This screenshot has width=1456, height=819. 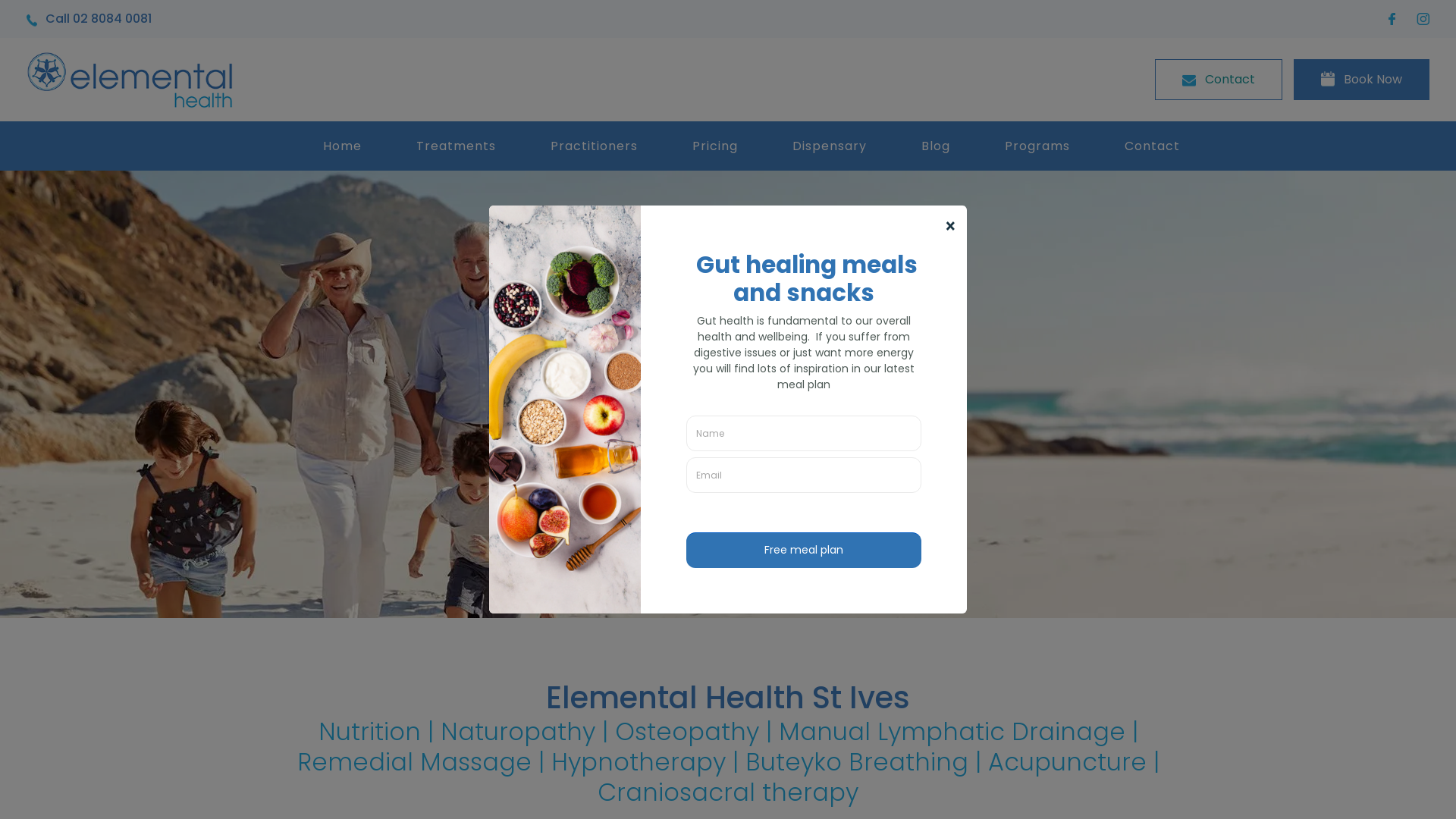 What do you see at coordinates (341, 146) in the screenshot?
I see `'Home'` at bounding box center [341, 146].